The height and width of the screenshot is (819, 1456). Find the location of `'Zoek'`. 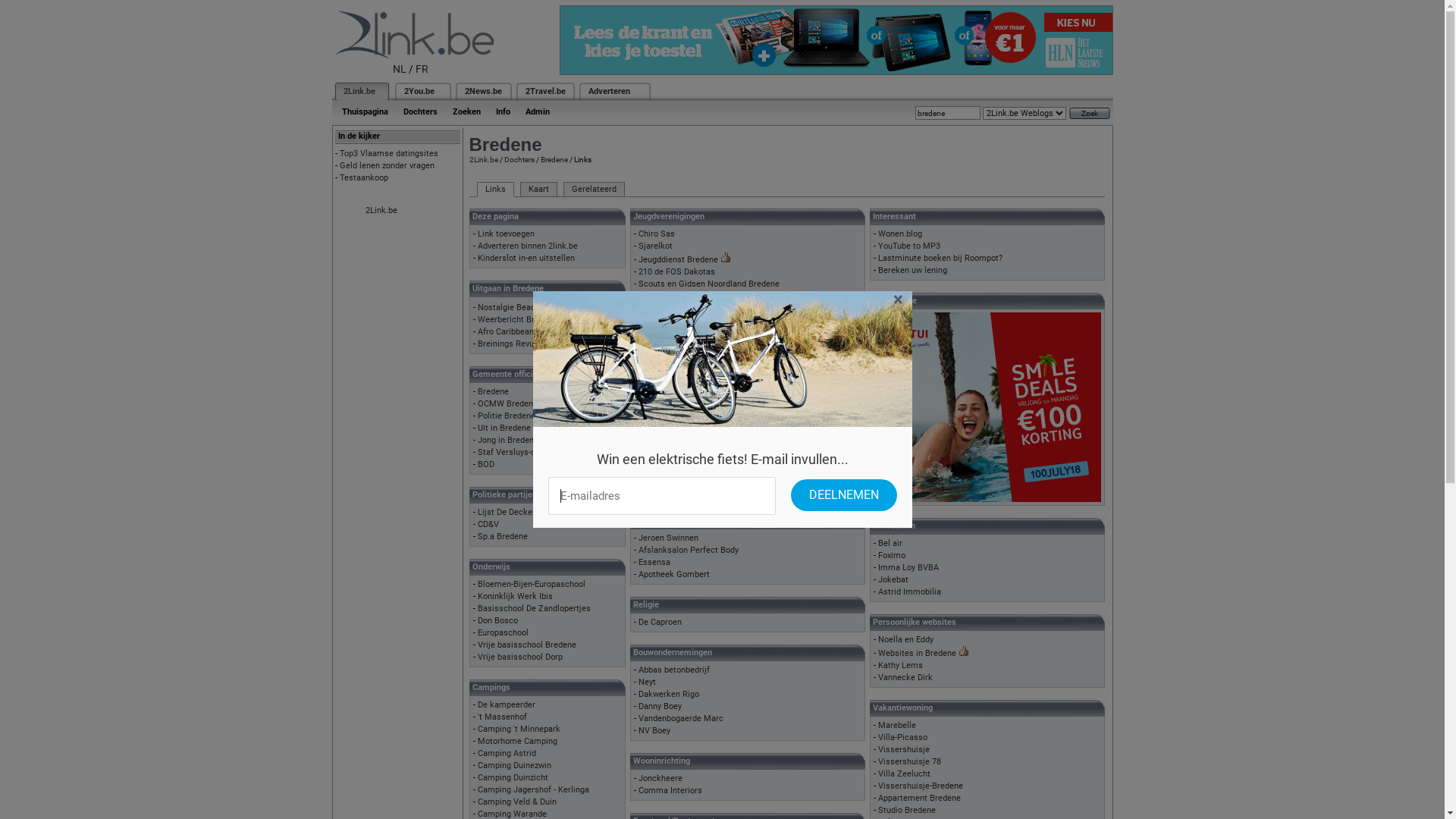

'Zoek' is located at coordinates (1088, 112).